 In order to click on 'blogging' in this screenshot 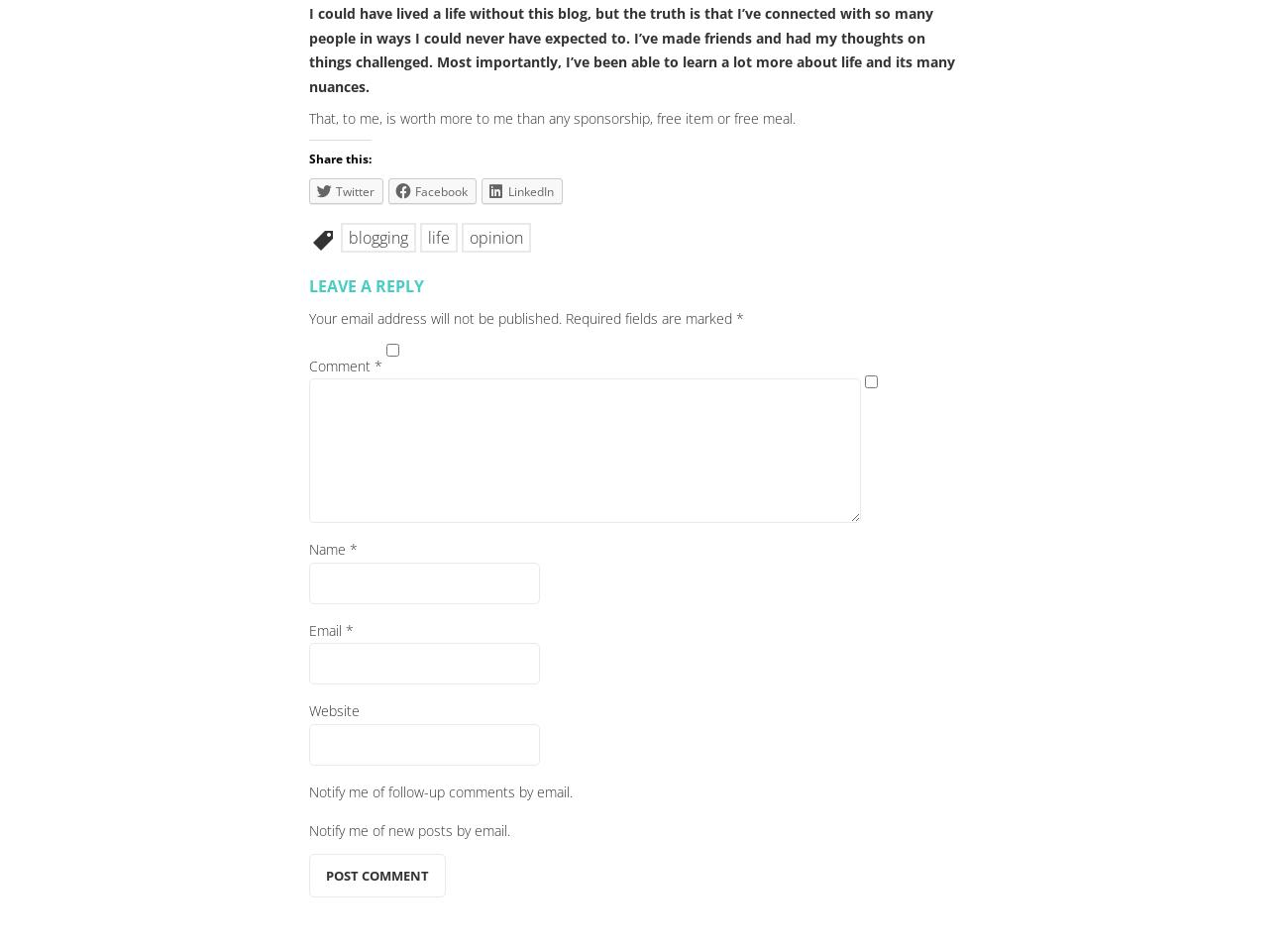, I will do `click(377, 236)`.